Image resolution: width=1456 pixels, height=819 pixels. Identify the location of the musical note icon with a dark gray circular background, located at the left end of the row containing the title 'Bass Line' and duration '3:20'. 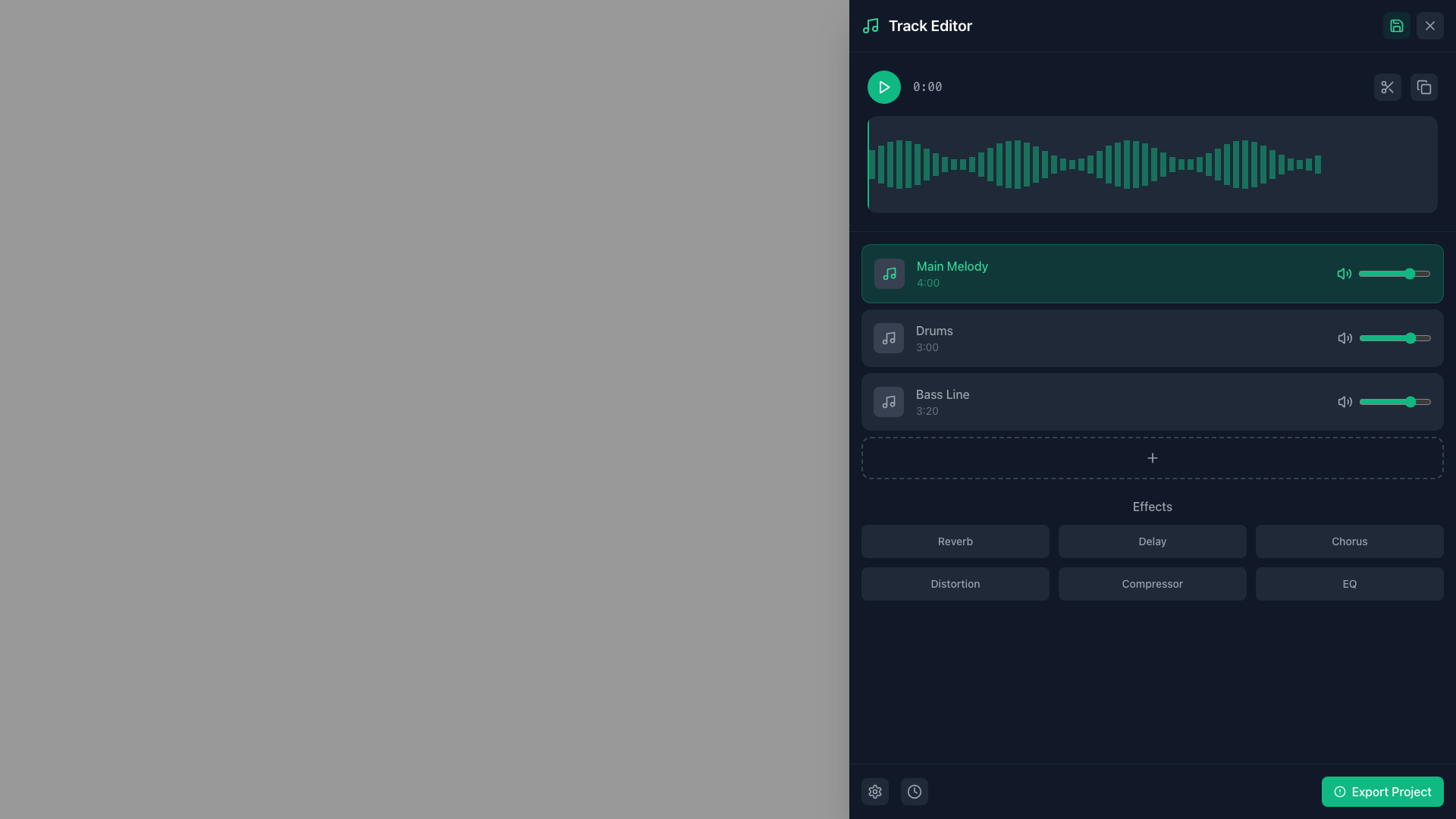
(888, 400).